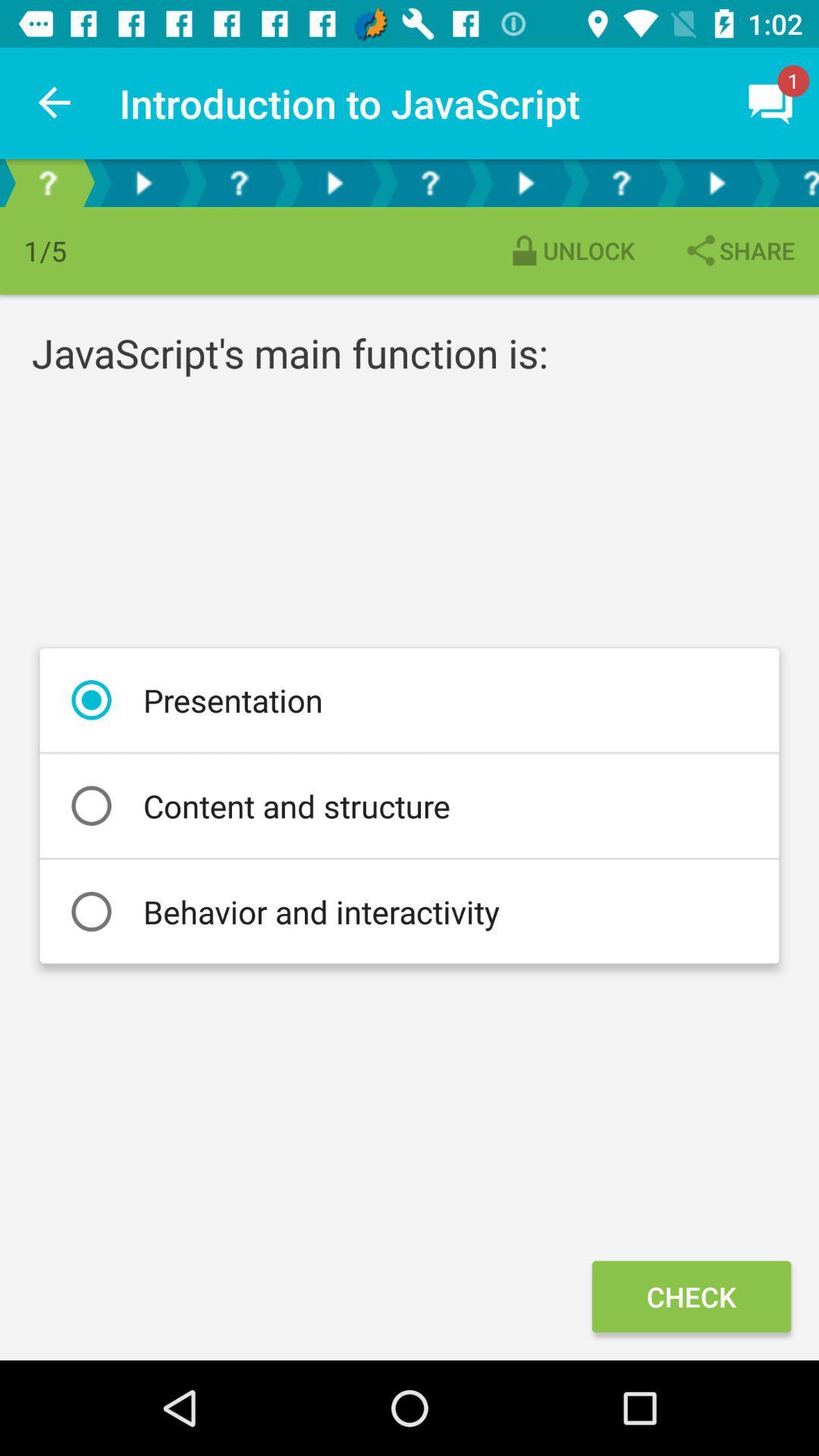  What do you see at coordinates (570, 250) in the screenshot?
I see `icon next to share icon` at bounding box center [570, 250].